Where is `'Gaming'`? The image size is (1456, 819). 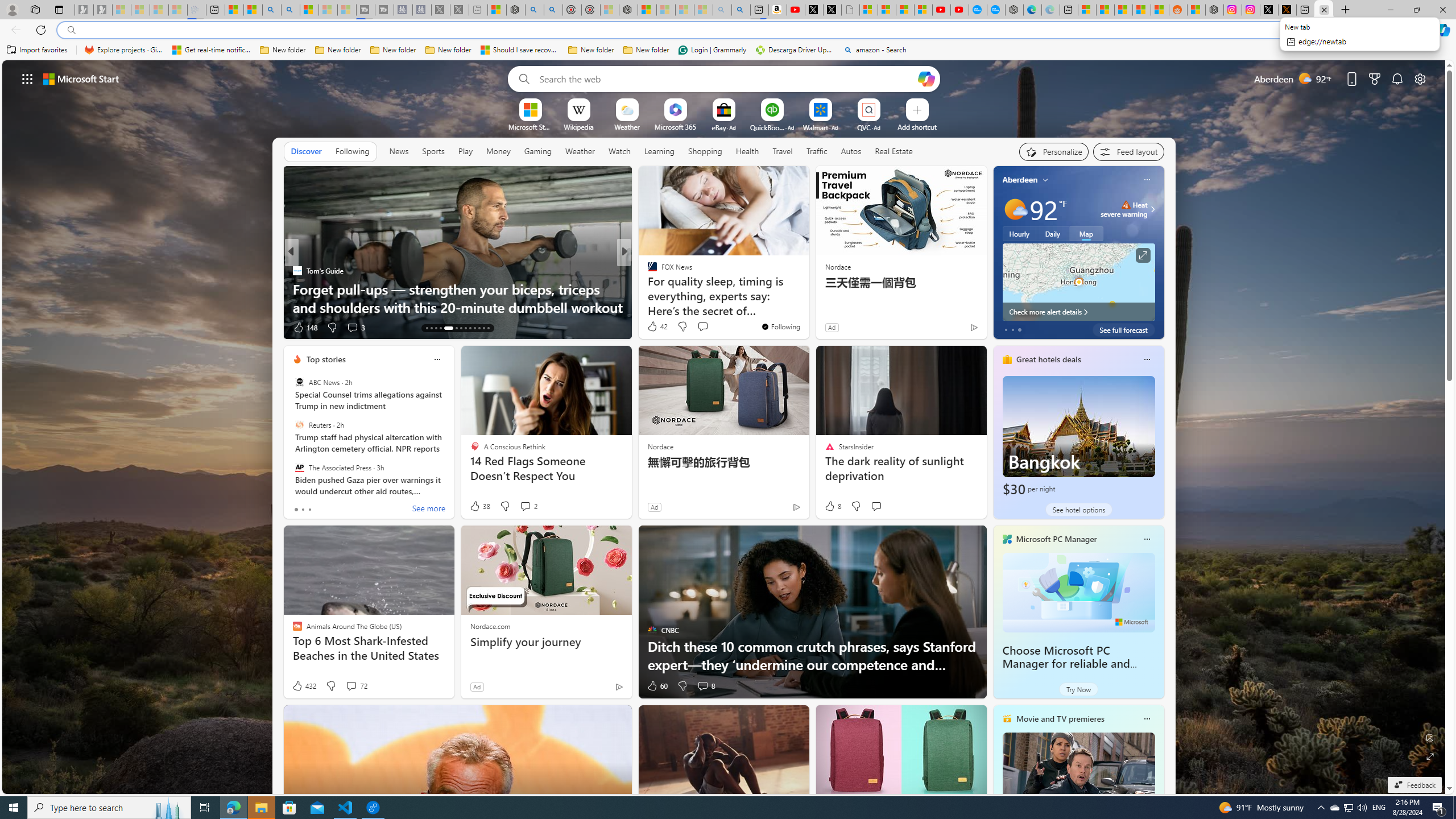
'Gaming' is located at coordinates (537, 151).